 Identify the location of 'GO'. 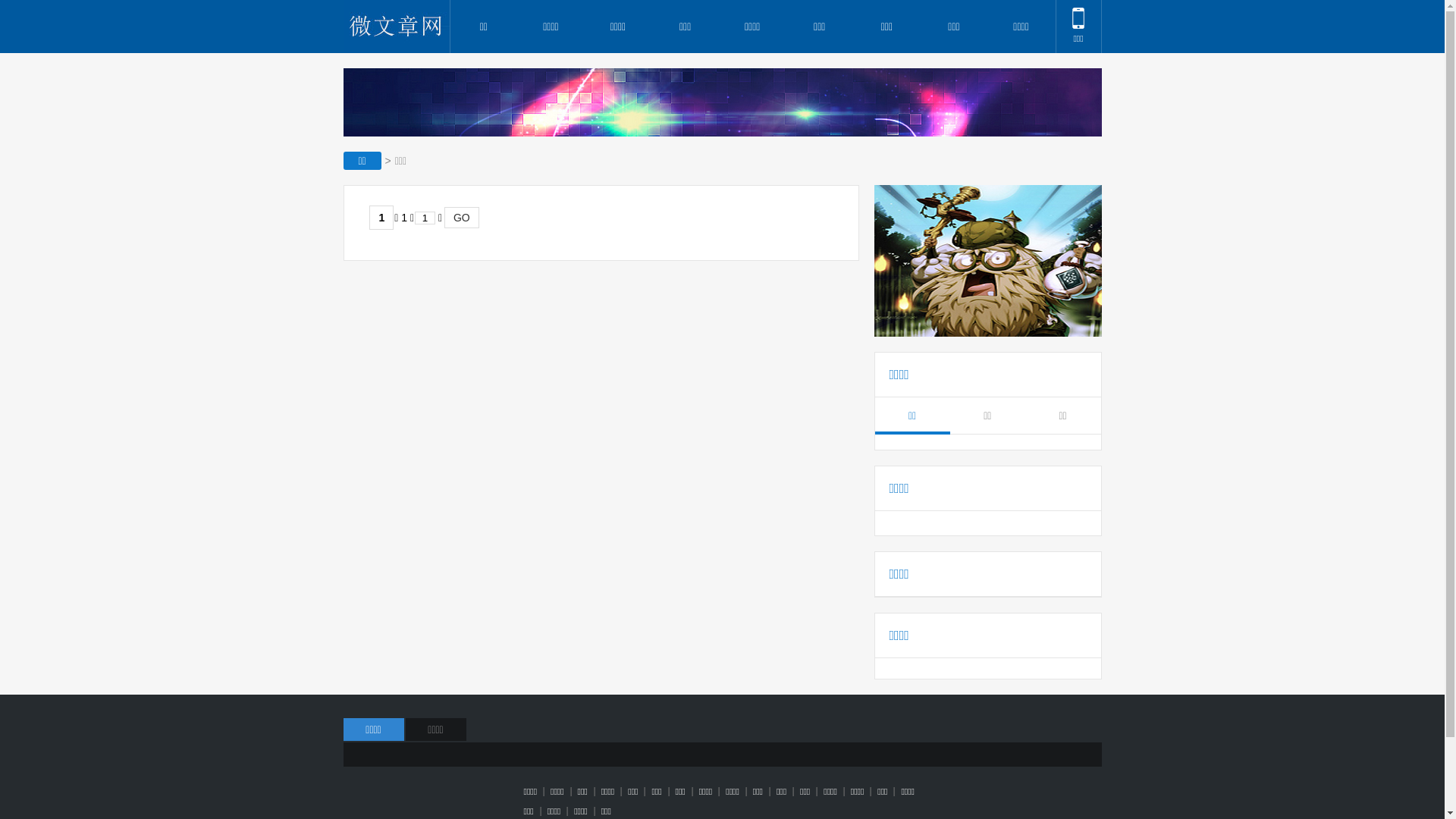
(461, 217).